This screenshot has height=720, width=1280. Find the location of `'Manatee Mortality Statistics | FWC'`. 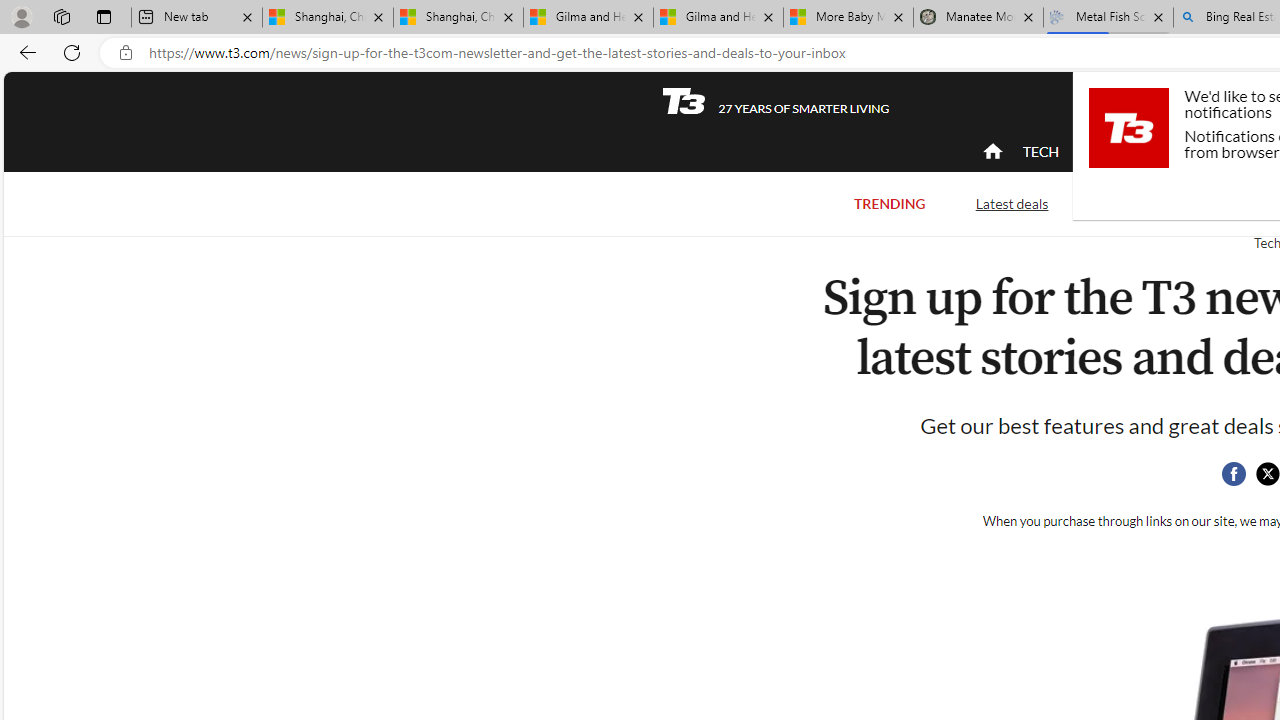

'Manatee Mortality Statistics | FWC' is located at coordinates (978, 17).